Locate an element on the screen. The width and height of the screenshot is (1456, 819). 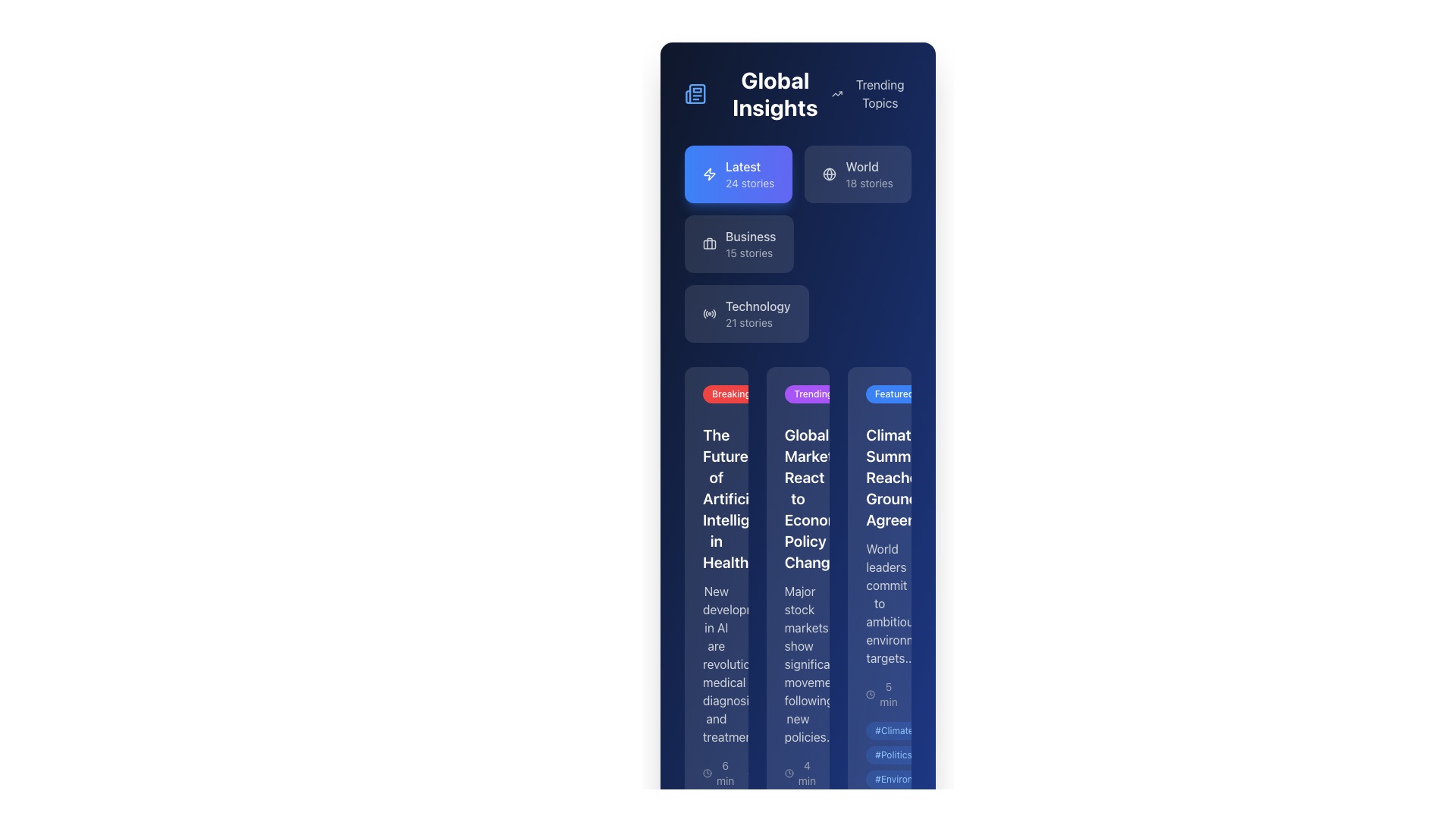
the content of the Text and Icon Pair displaying a clock icon followed by the text '6 min', located at the bottom of the column titled 'The Future of Artificial Intelligence in Healthcare' is located at coordinates (715, 773).